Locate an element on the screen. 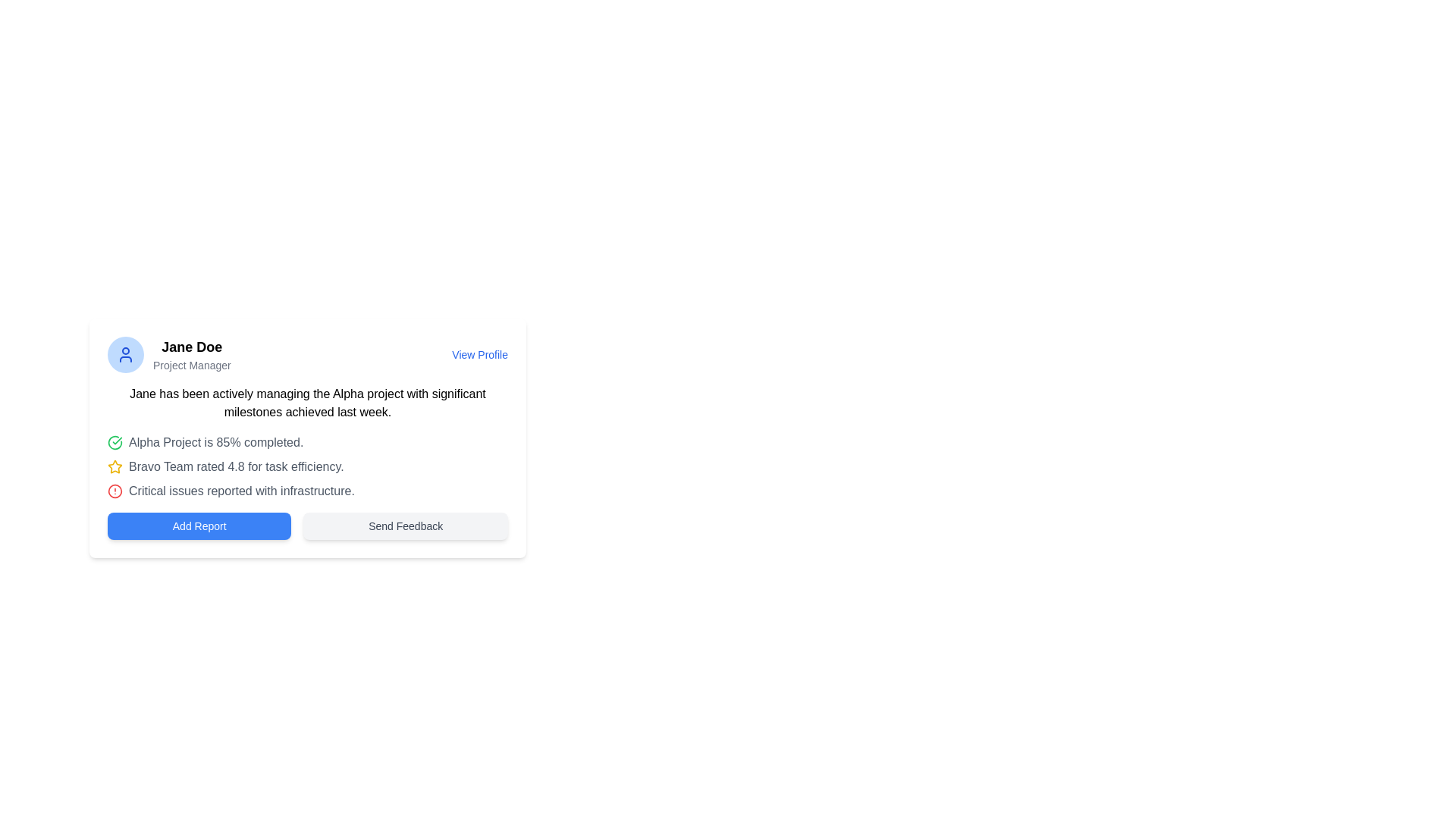 The height and width of the screenshot is (819, 1456). the star icon with a yellow outline and transparent center, located near the middle-bottom of the user interface, to interact with it is located at coordinates (115, 466).